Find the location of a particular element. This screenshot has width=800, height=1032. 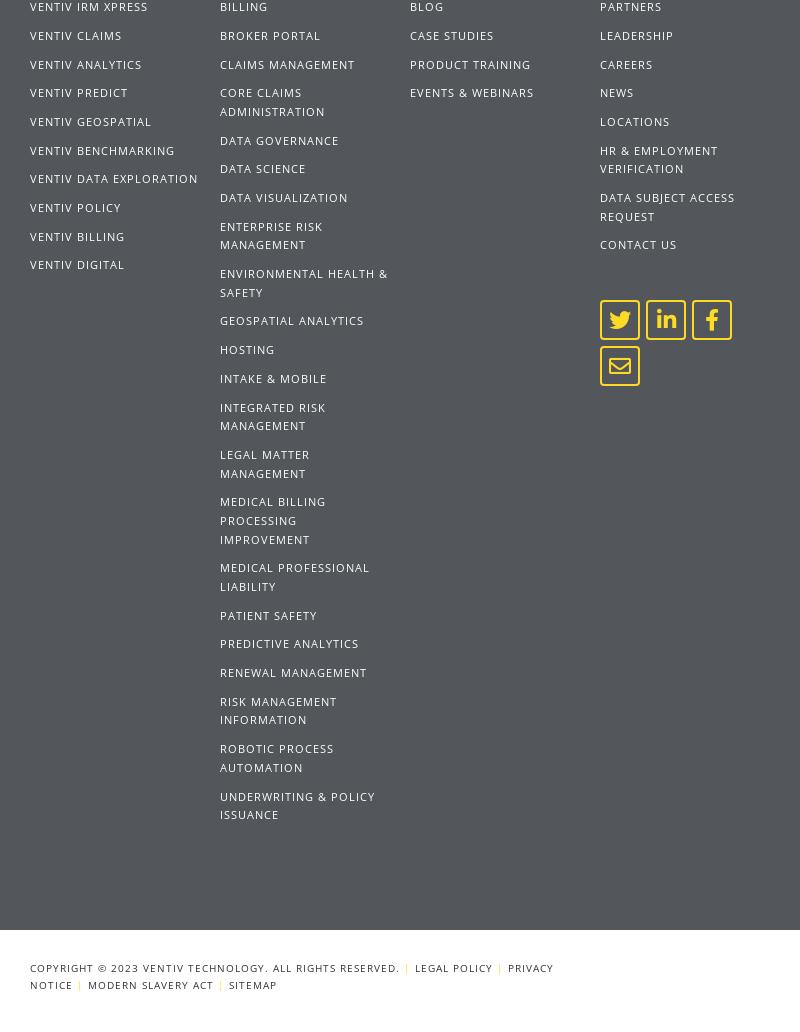

'Integrated Risk Management' is located at coordinates (272, 414).